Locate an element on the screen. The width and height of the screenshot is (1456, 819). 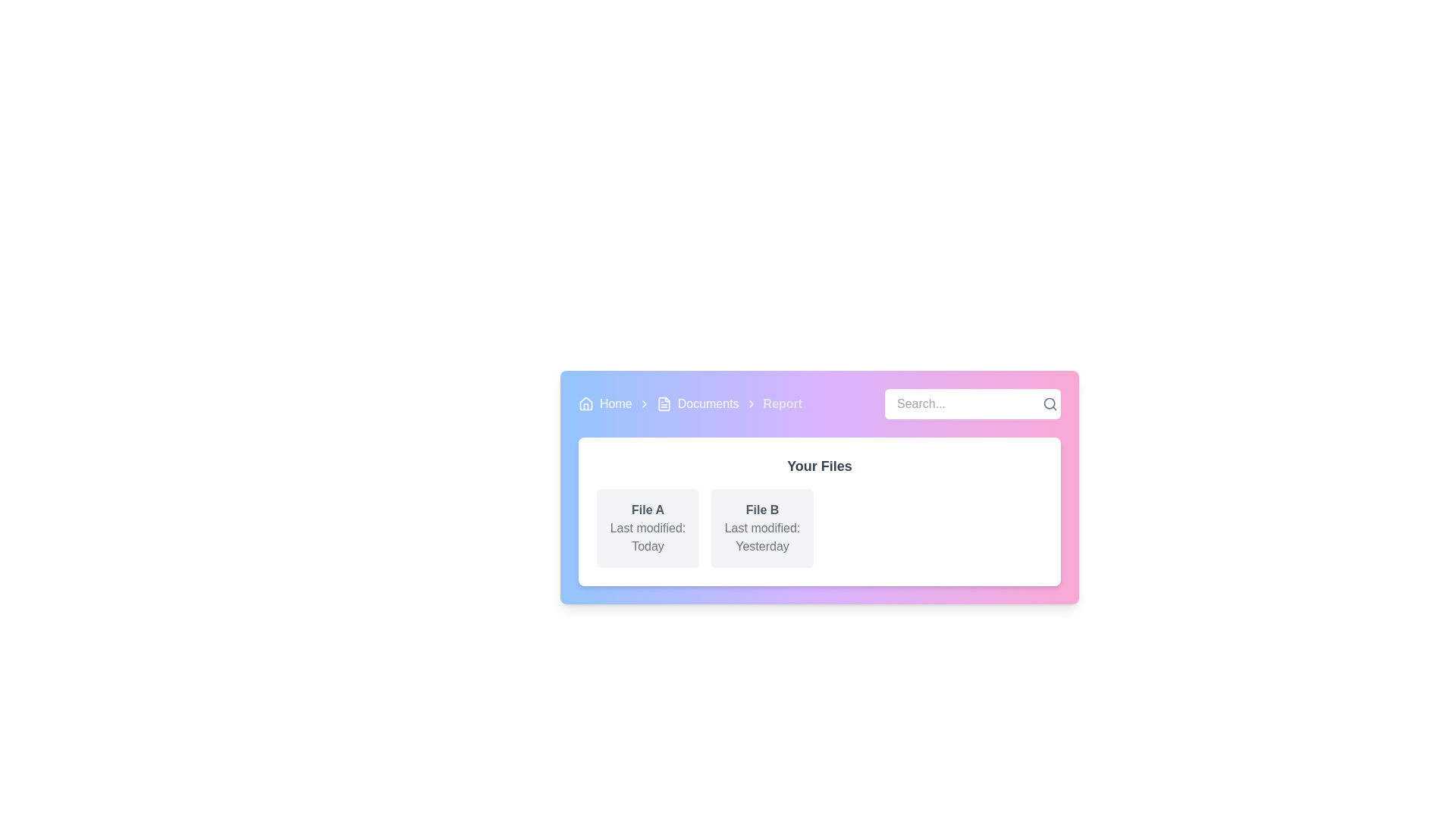
the 'Documents' text link in the upper breadcrumb navigation to trigger the underline style is located at coordinates (708, 403).